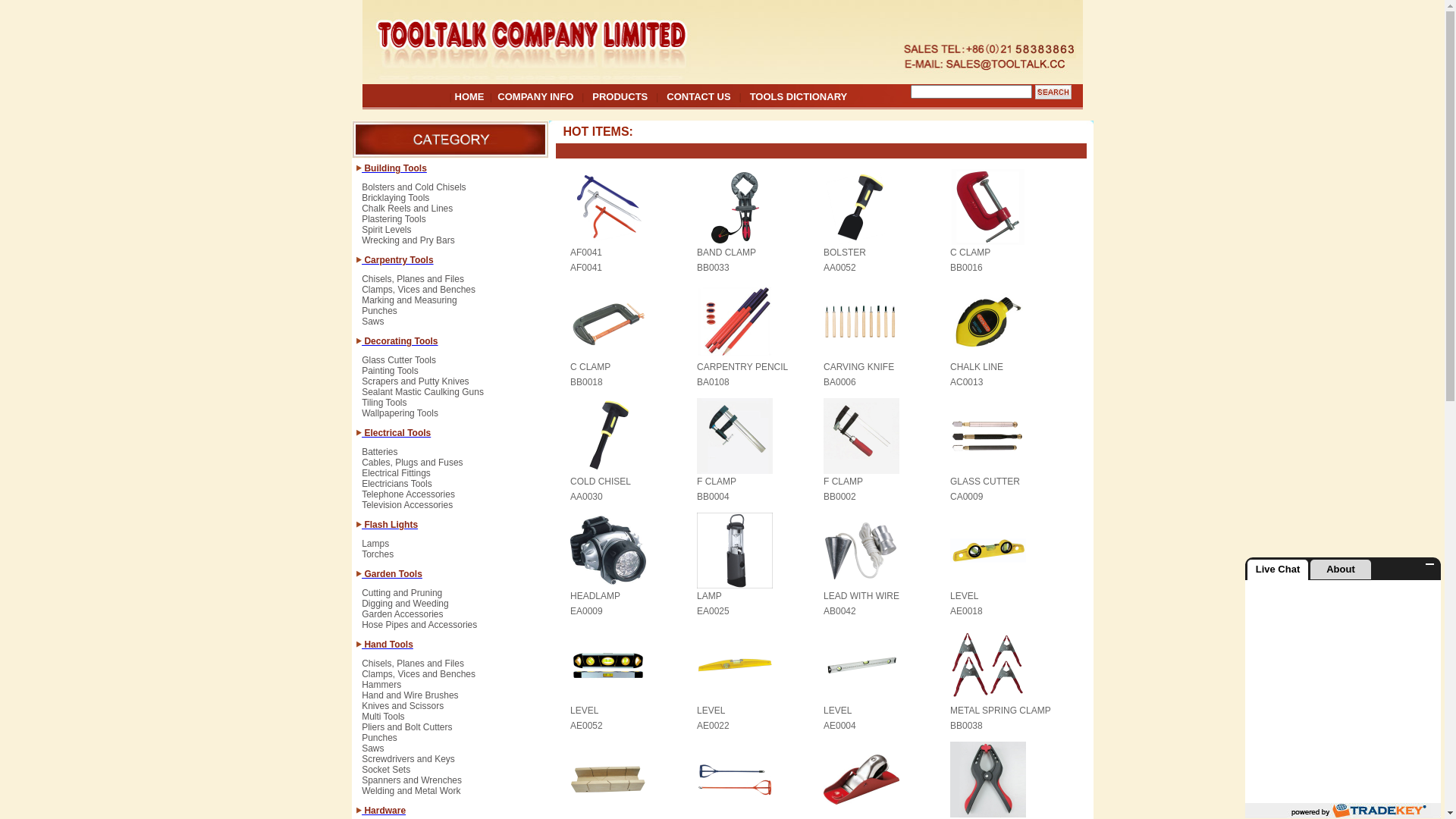  Describe the element at coordinates (708, 595) in the screenshot. I see `'LAMP'` at that location.